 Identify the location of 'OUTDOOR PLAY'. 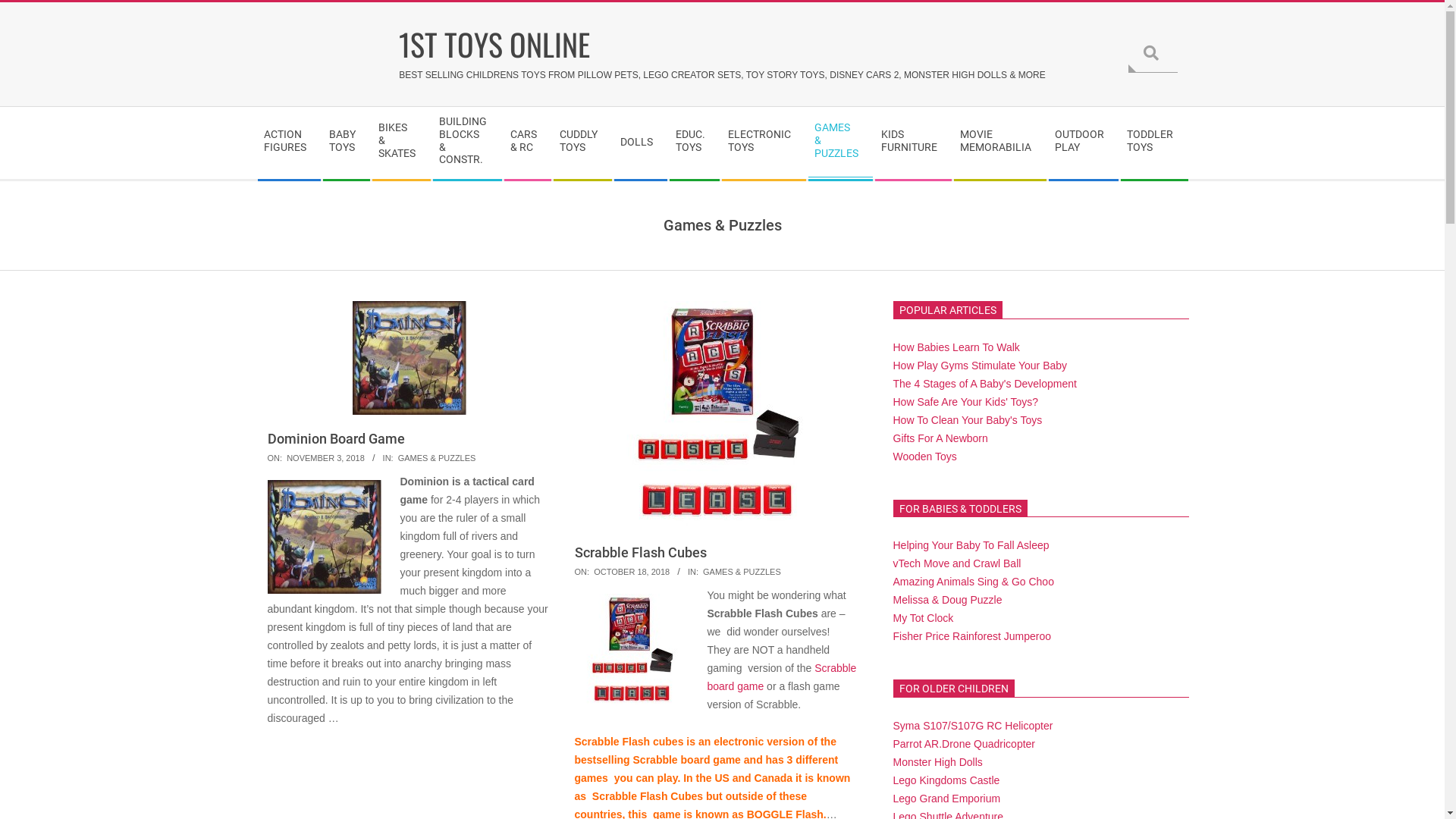
(1082, 143).